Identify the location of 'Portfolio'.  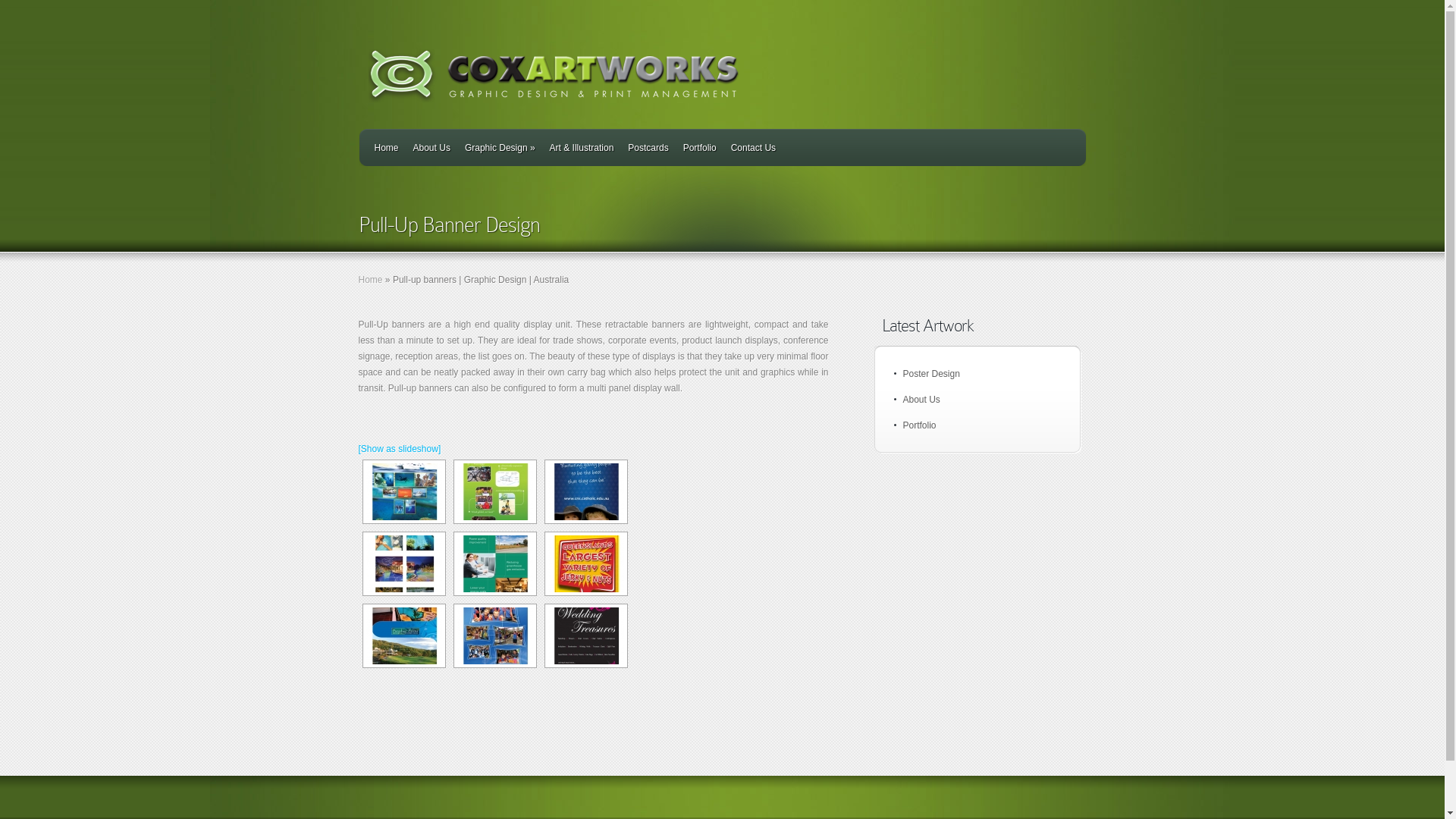
(918, 425).